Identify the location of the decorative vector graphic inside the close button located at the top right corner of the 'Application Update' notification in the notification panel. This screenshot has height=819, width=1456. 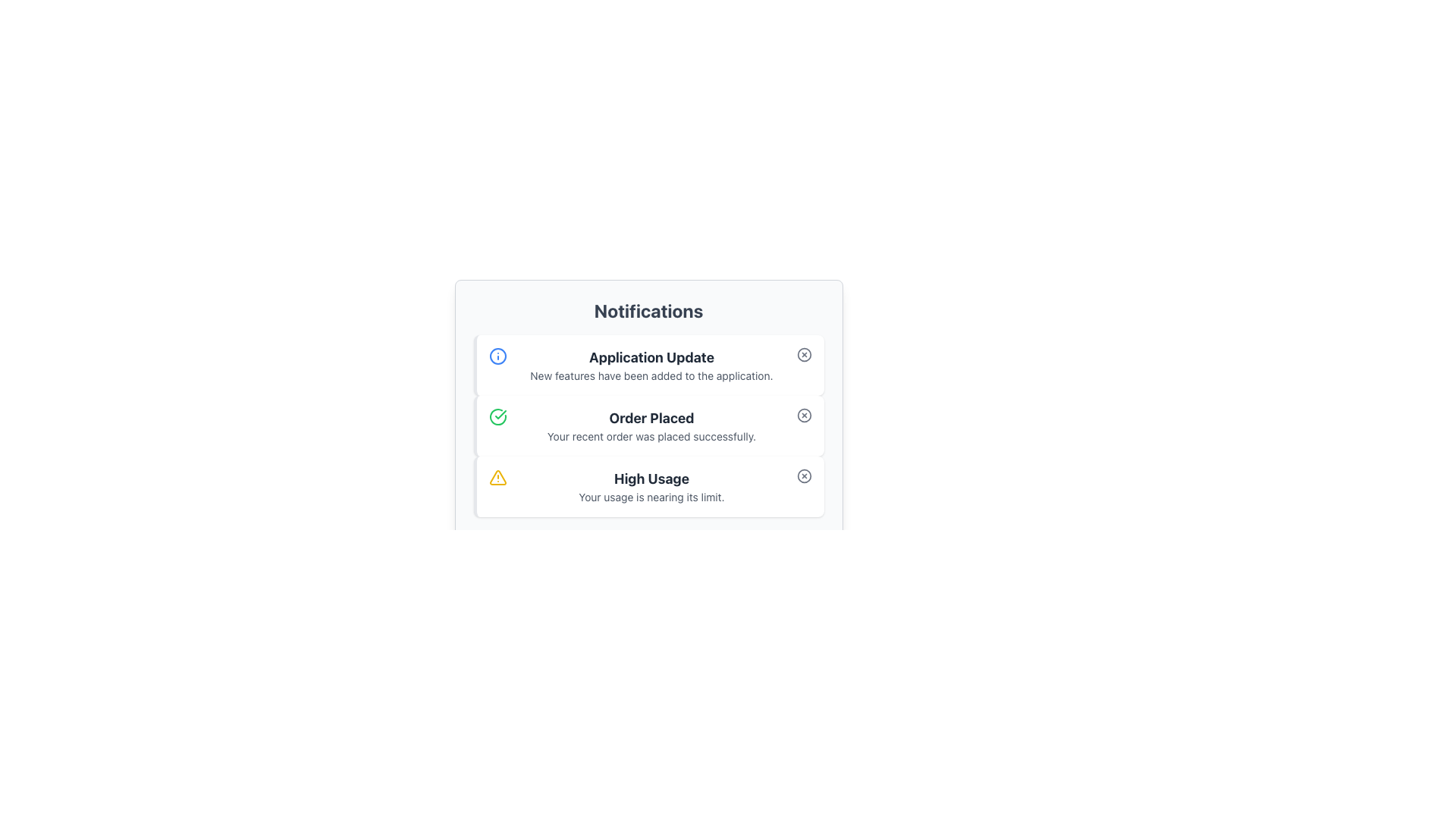
(803, 354).